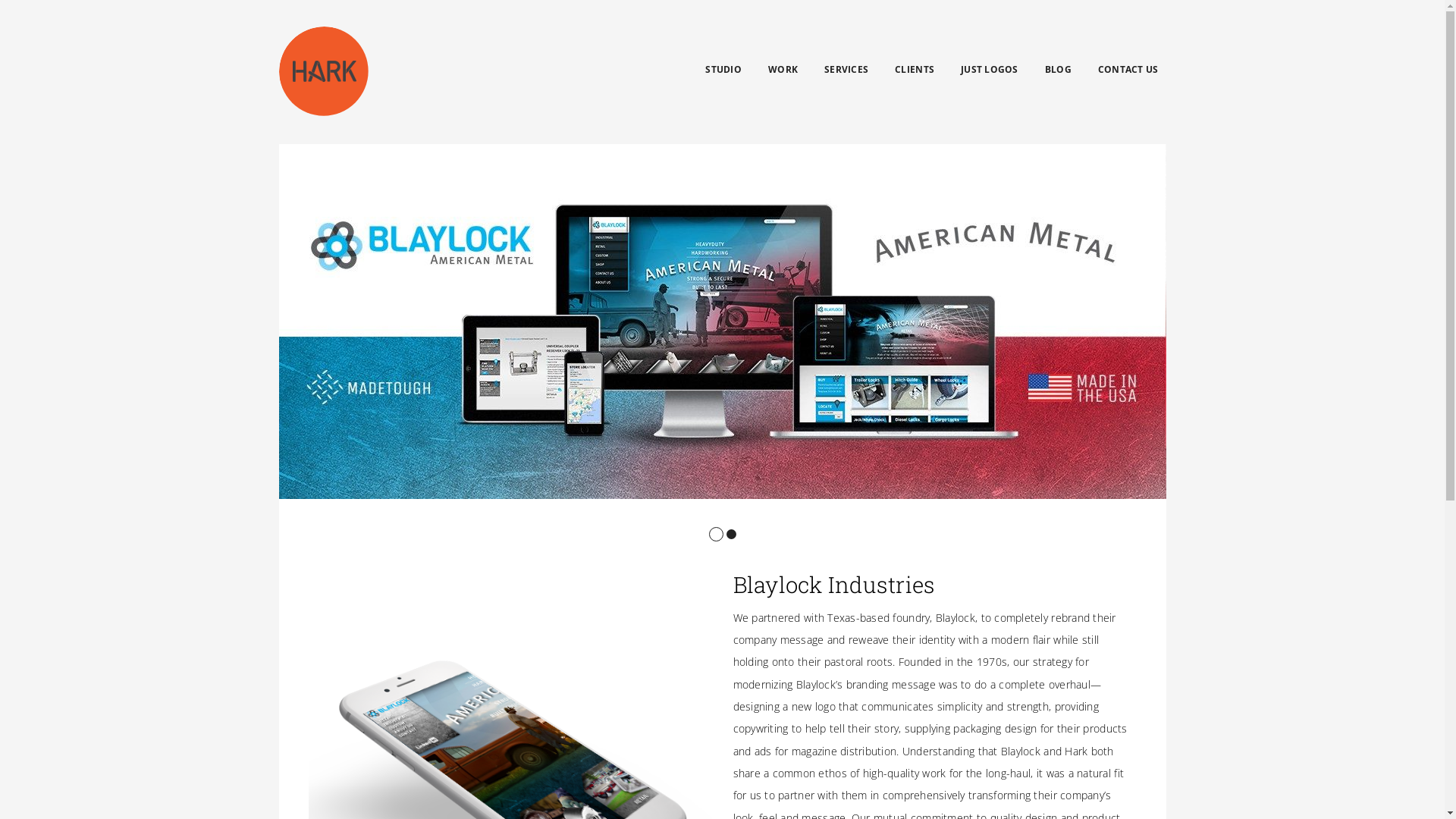 The width and height of the screenshot is (1456, 819). Describe the element at coordinates (1098, 70) in the screenshot. I see `'CONTACT US'` at that location.